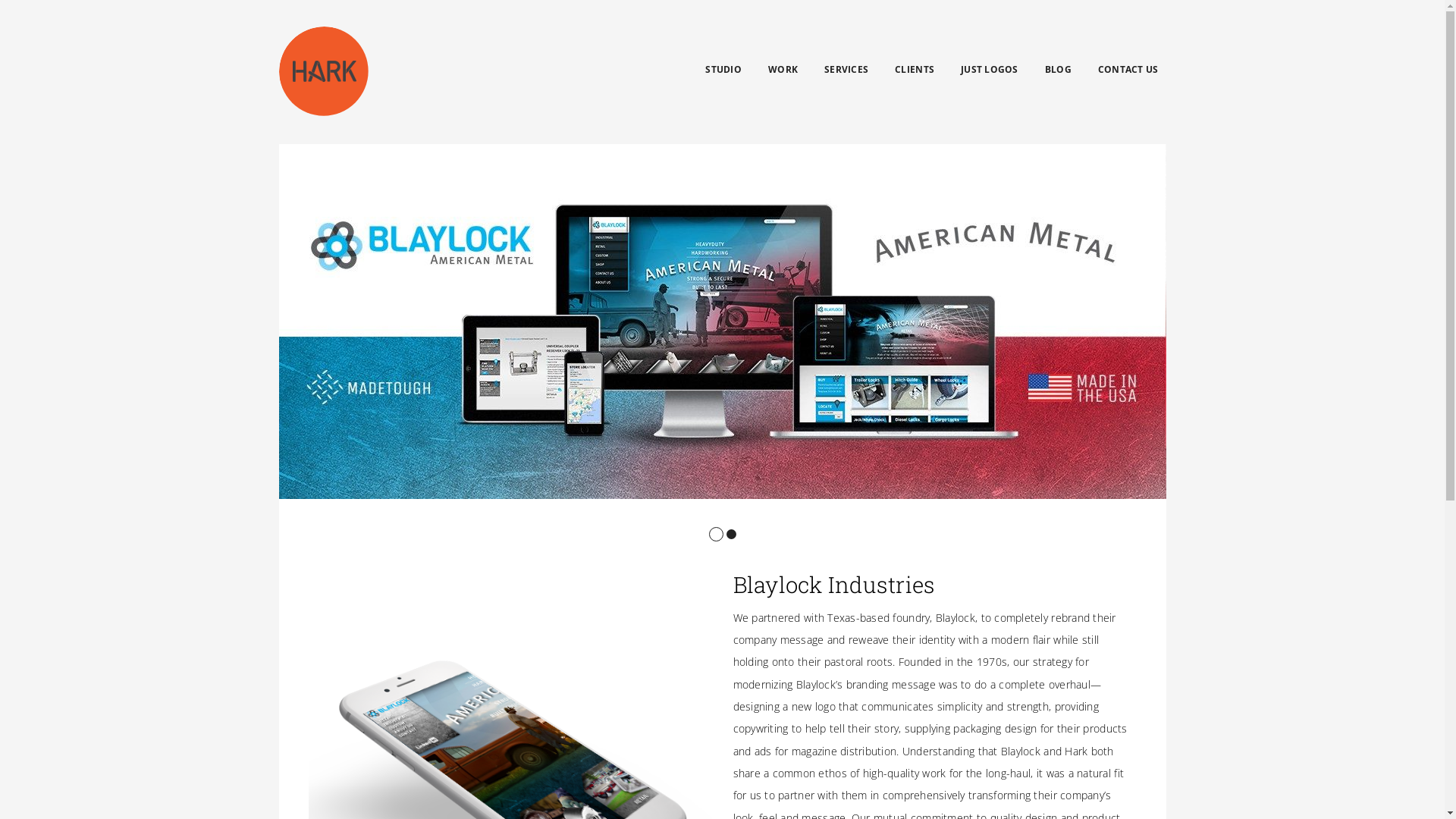 The width and height of the screenshot is (1456, 819). Describe the element at coordinates (1098, 70) in the screenshot. I see `'CONTACT US'` at that location.